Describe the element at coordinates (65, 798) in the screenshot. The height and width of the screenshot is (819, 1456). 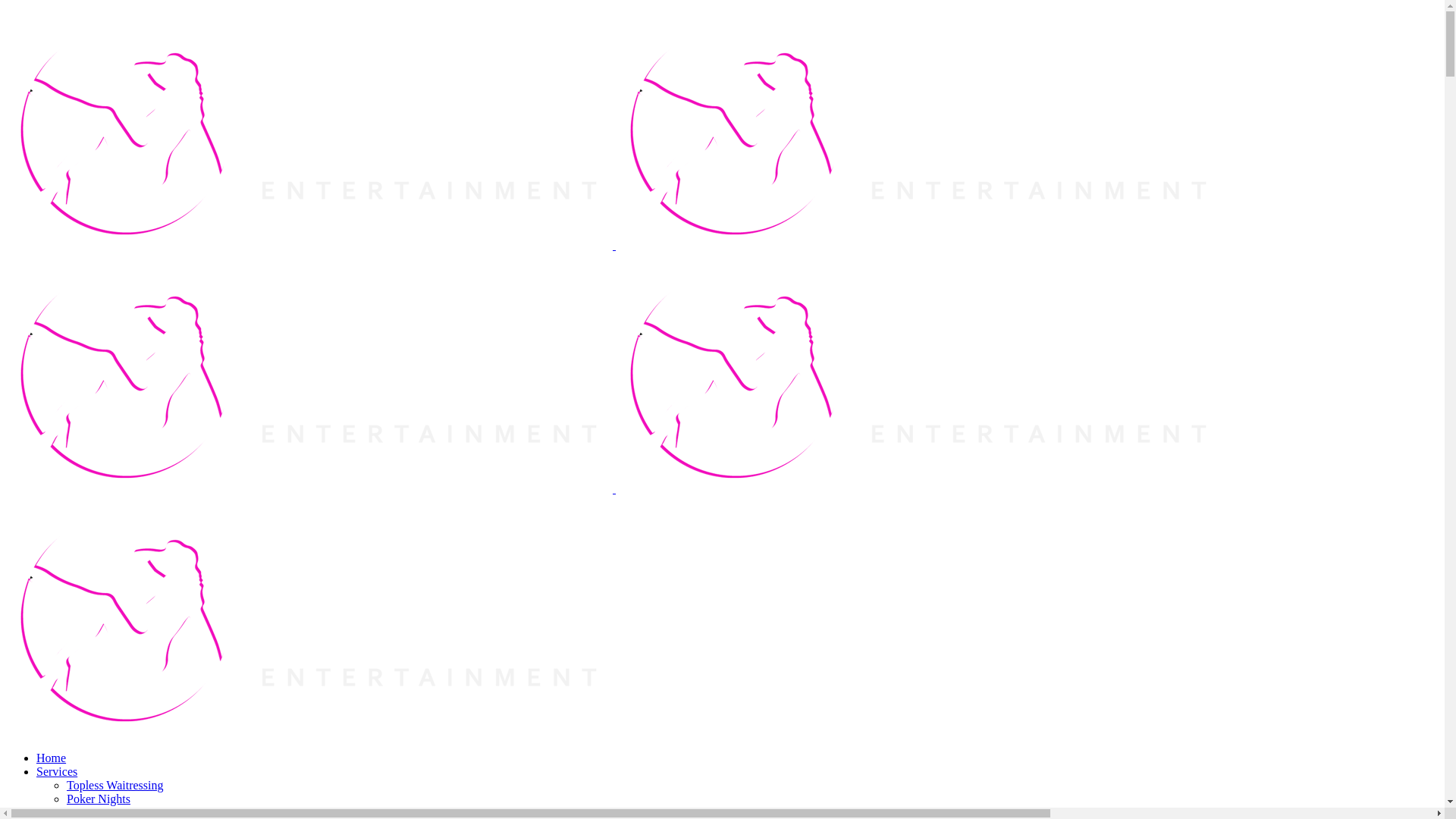
I see `'Poker Nights'` at that location.